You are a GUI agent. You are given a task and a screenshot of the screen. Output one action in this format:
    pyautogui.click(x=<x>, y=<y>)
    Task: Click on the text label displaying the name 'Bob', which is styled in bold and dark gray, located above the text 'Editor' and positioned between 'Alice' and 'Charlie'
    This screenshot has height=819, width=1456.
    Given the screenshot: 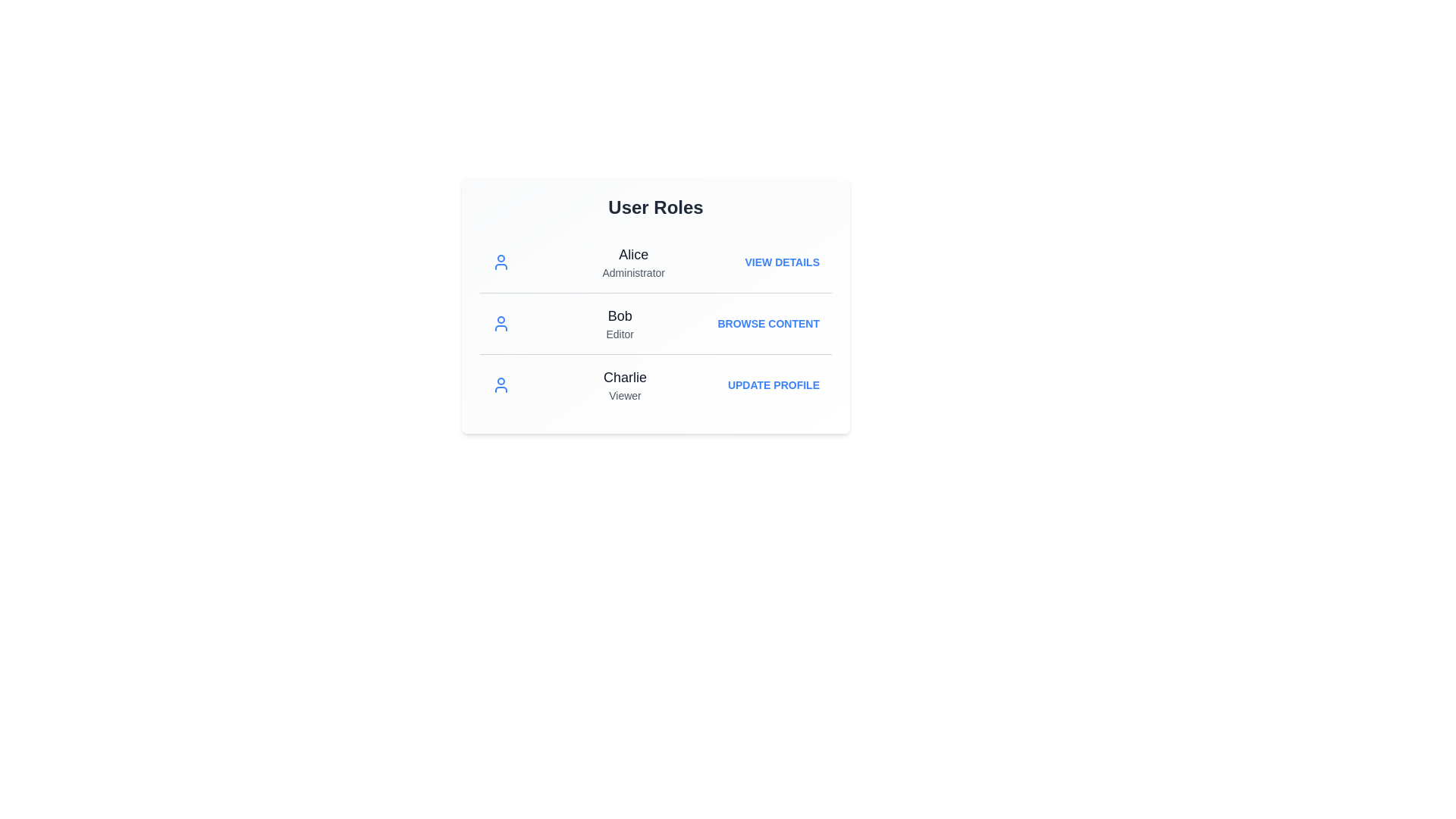 What is the action you would take?
    pyautogui.click(x=620, y=315)
    